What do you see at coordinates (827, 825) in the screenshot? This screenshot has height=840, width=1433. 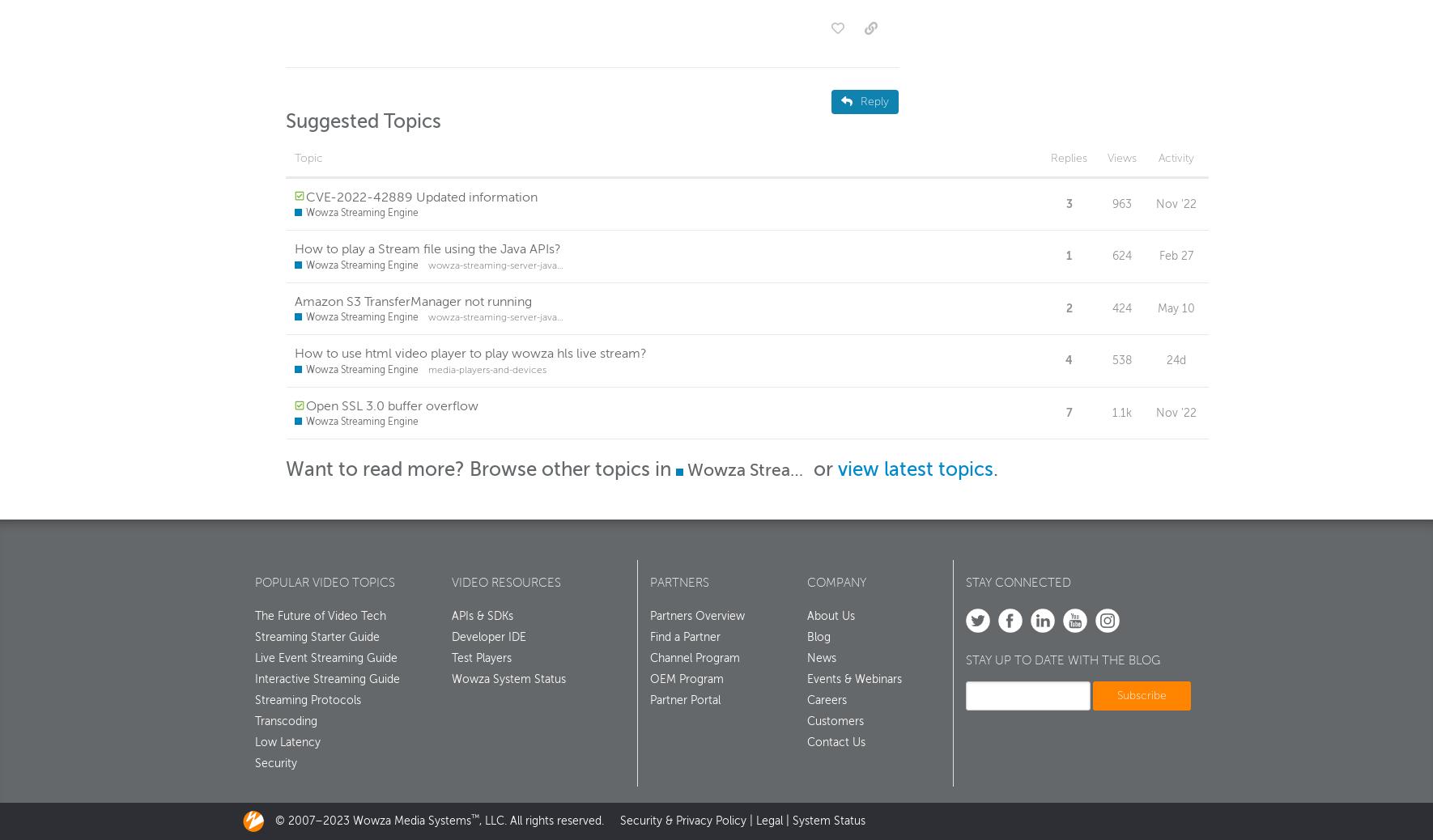 I see `'System Status'` at bounding box center [827, 825].